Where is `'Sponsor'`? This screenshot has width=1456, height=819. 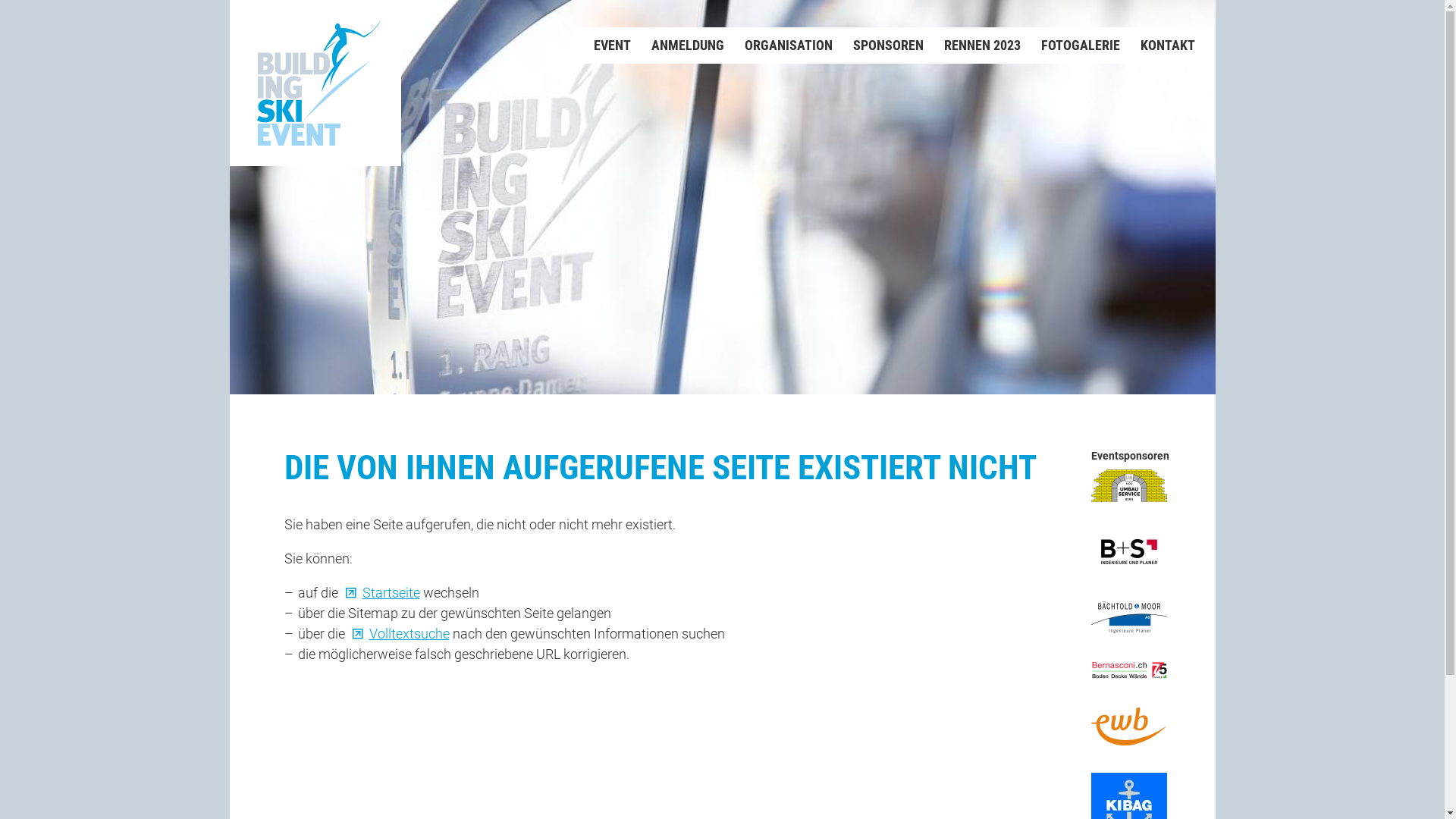
'Sponsor' is located at coordinates (1128, 551).